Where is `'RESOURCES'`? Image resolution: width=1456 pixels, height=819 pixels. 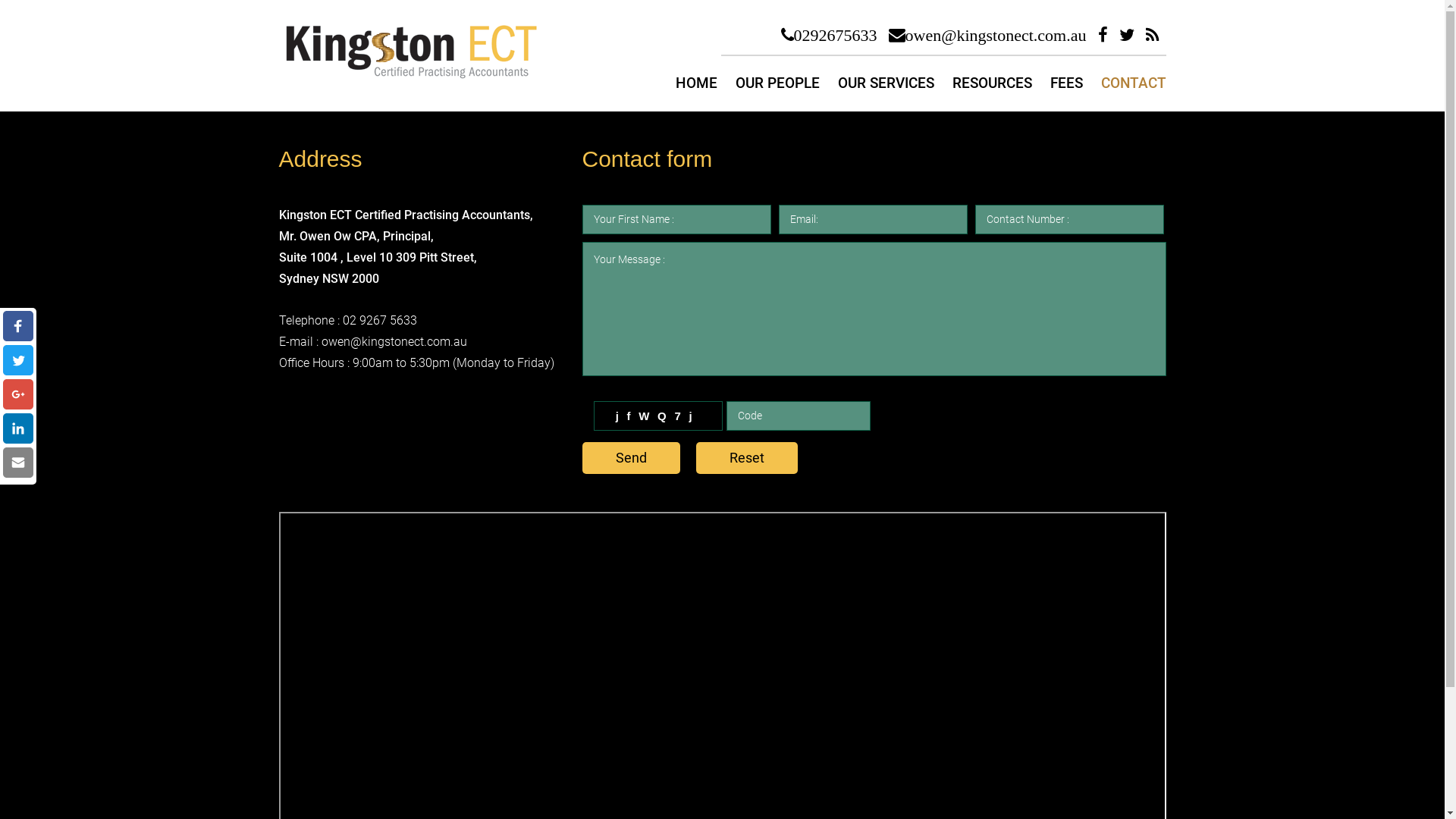 'RESOURCES' is located at coordinates (952, 83).